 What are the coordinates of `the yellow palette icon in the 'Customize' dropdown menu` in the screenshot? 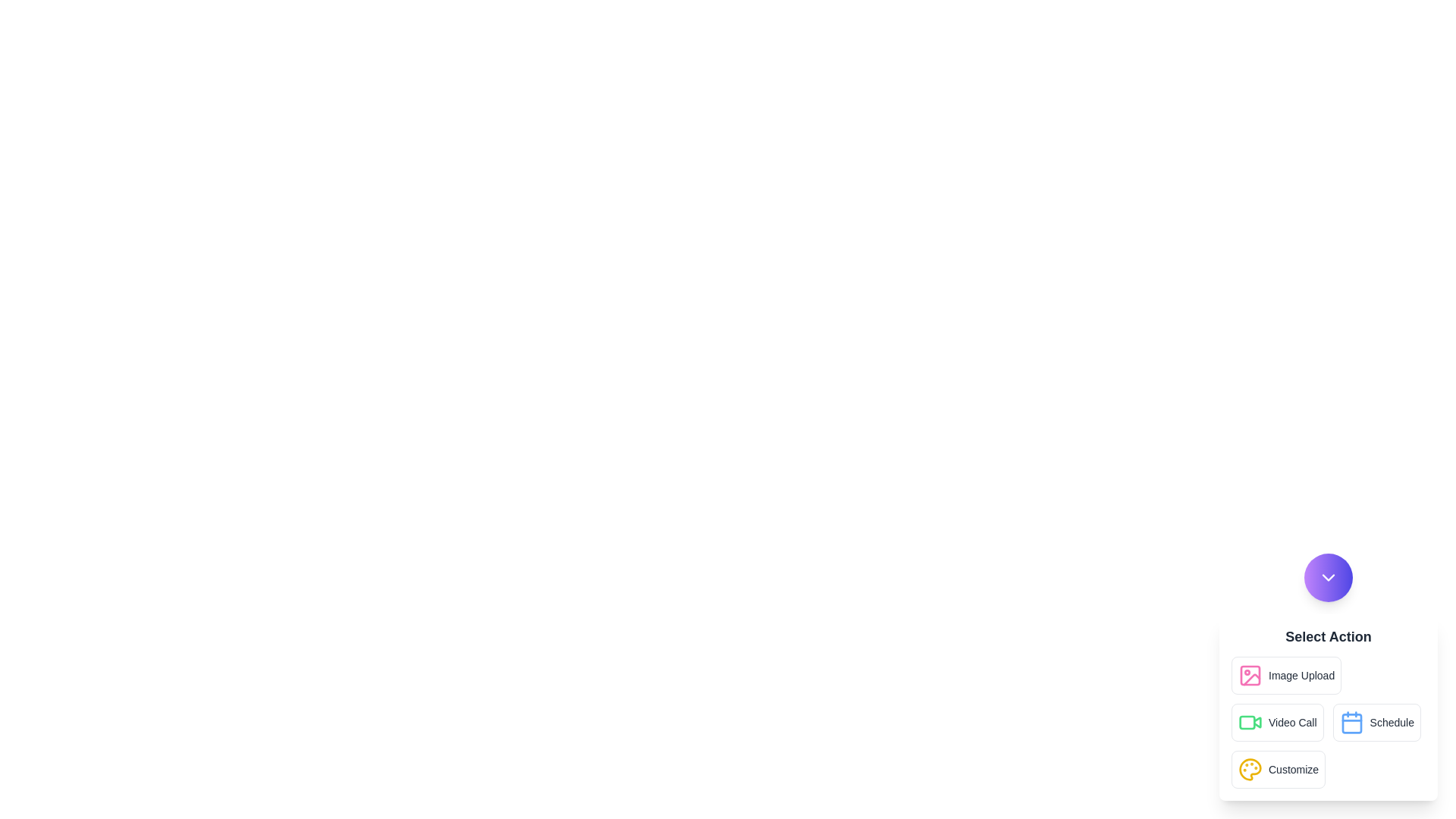 It's located at (1250, 769).